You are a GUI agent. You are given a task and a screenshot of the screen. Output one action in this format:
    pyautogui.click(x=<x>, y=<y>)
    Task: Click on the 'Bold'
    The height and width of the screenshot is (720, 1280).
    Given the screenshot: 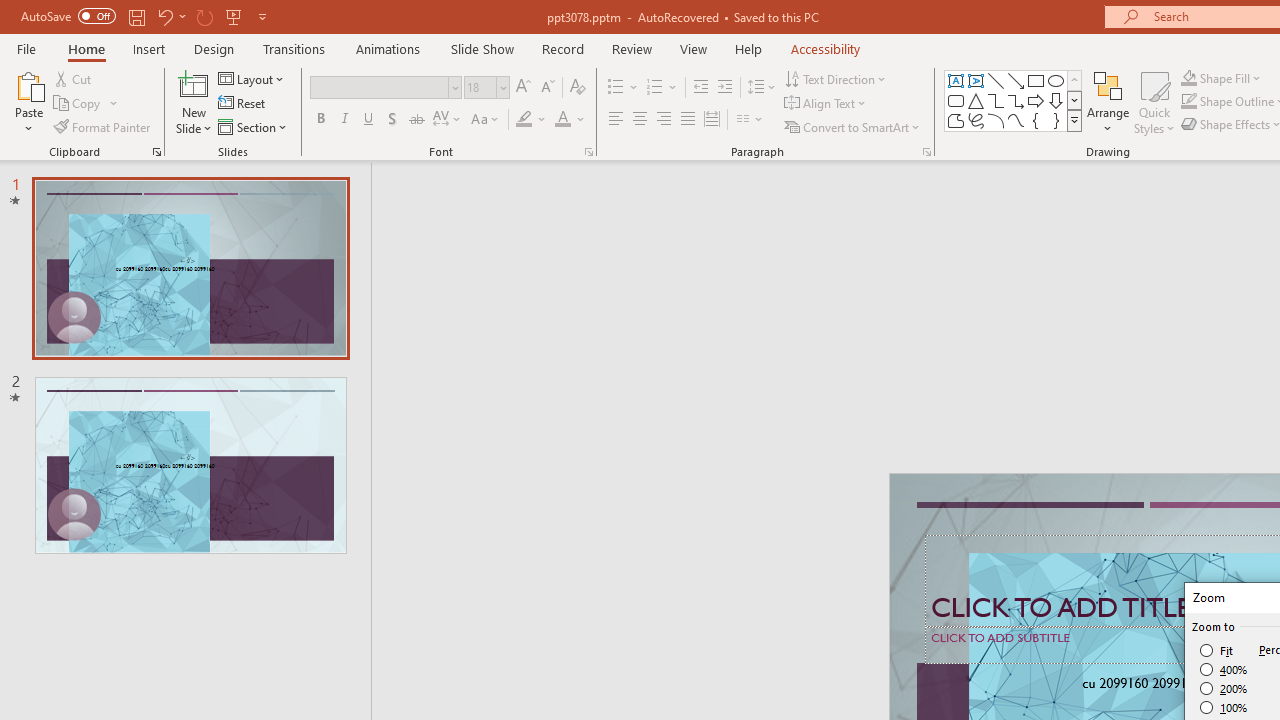 What is the action you would take?
    pyautogui.click(x=320, y=119)
    